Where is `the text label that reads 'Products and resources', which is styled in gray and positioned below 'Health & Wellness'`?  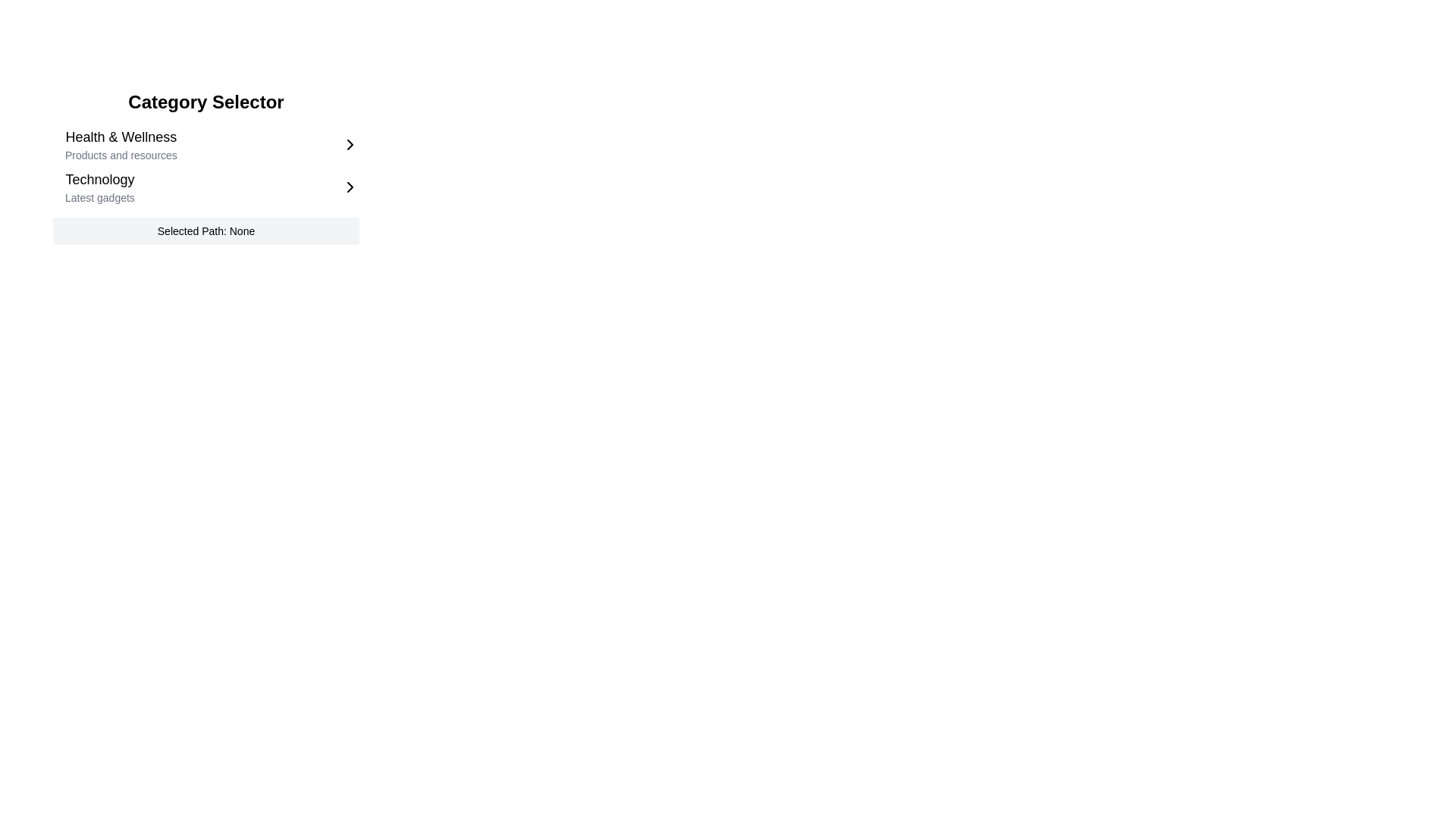 the text label that reads 'Products and resources', which is styled in gray and positioned below 'Health & Wellness' is located at coordinates (120, 155).